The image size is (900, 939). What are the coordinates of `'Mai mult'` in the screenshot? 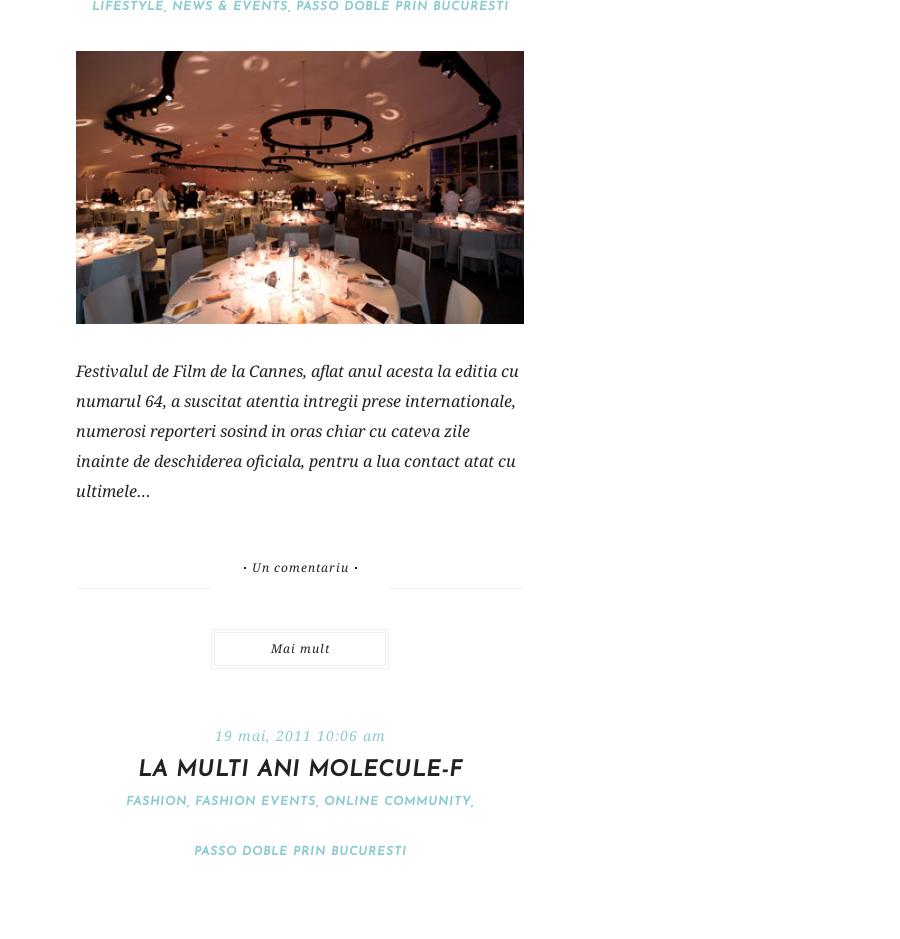 It's located at (298, 647).